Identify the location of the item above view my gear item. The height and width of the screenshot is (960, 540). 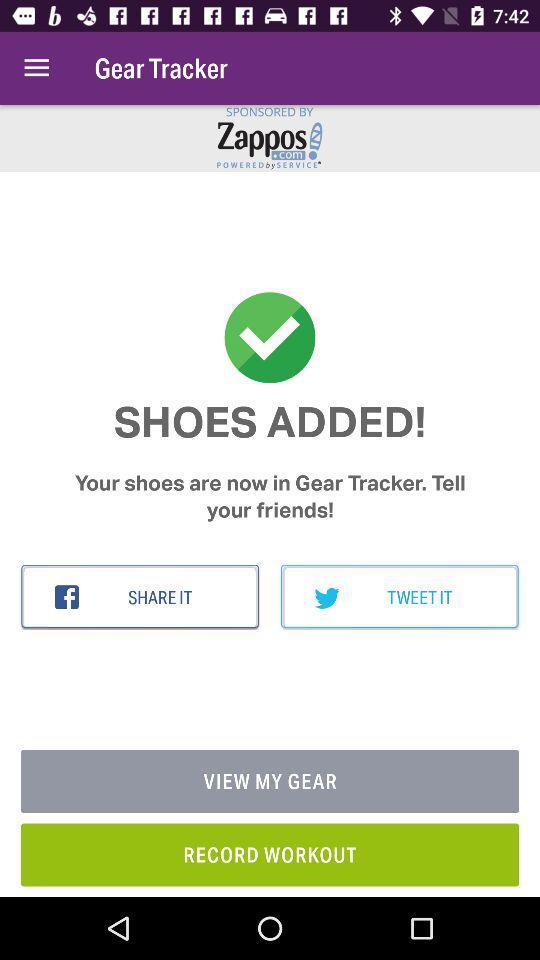
(399, 597).